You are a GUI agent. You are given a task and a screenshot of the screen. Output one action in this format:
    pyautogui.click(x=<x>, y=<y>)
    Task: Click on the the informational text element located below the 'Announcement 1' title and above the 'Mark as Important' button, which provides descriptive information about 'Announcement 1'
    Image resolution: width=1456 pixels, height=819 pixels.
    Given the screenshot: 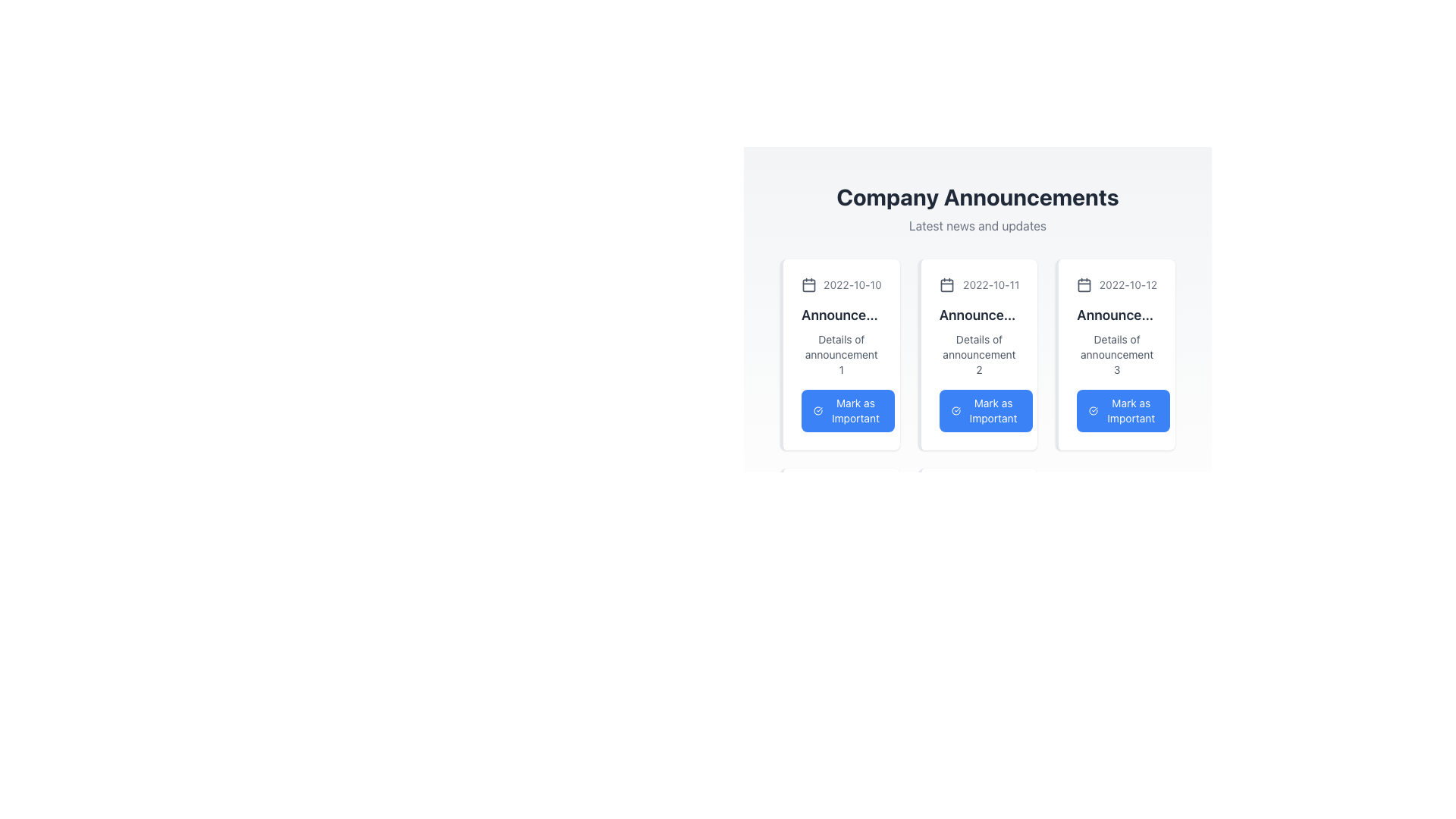 What is the action you would take?
    pyautogui.click(x=840, y=354)
    